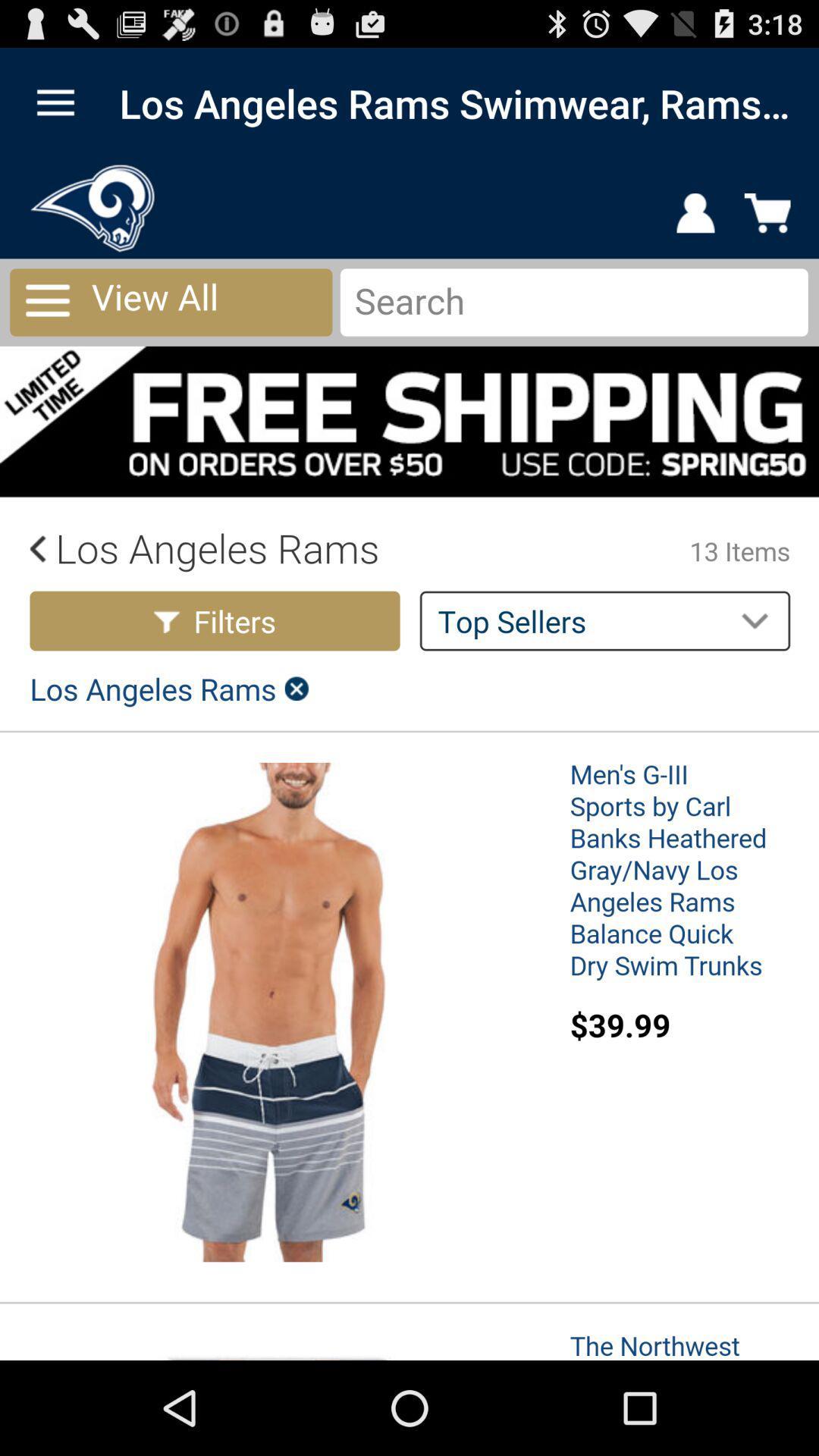 The image size is (819, 1456). Describe the element at coordinates (55, 102) in the screenshot. I see `option button` at that location.